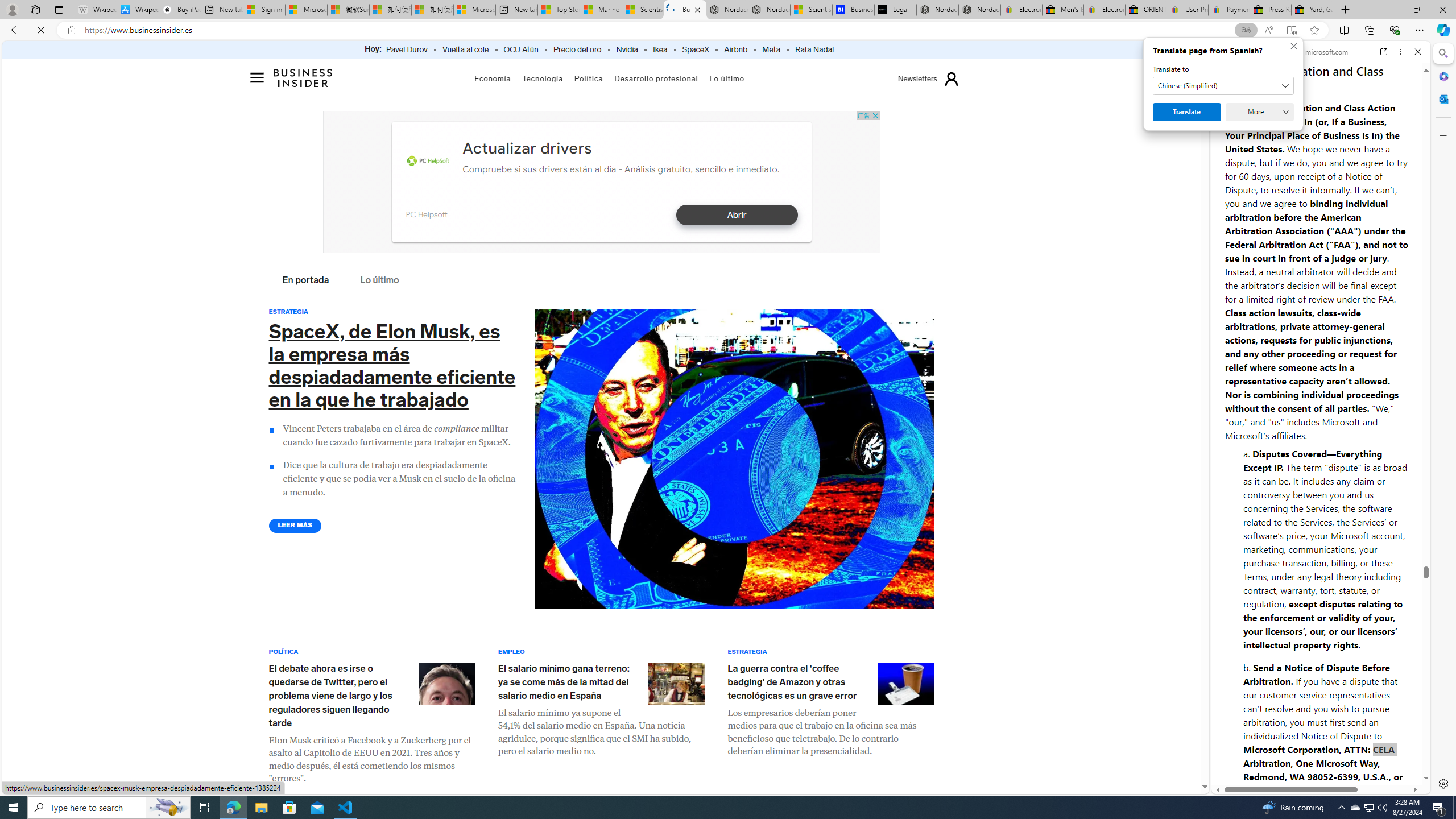 Image resolution: width=1456 pixels, height=819 pixels. I want to click on 'Pavel Durov', so click(406, 49).